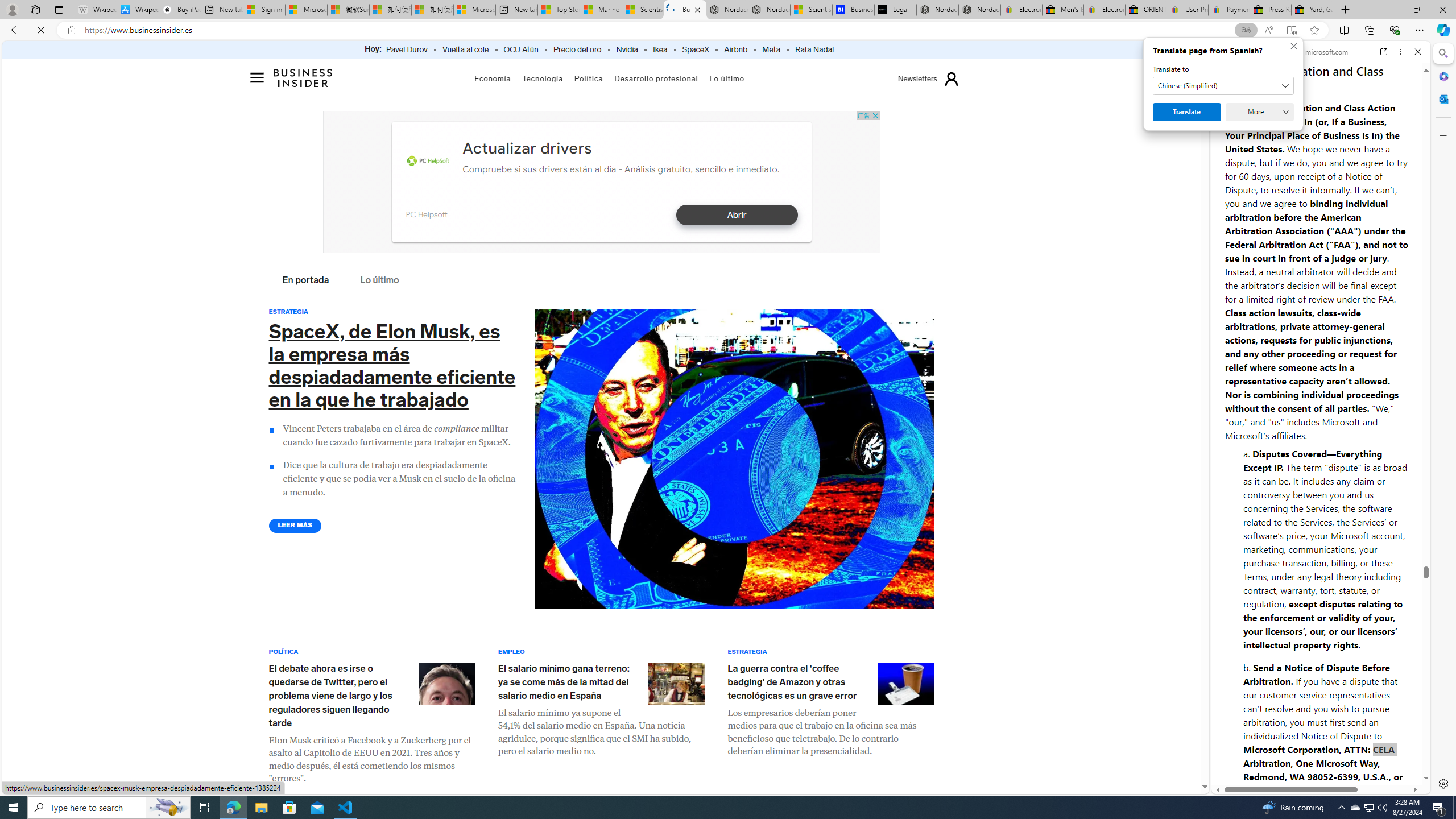 Image resolution: width=1456 pixels, height=819 pixels. I want to click on 'Pavel Durov', so click(406, 49).